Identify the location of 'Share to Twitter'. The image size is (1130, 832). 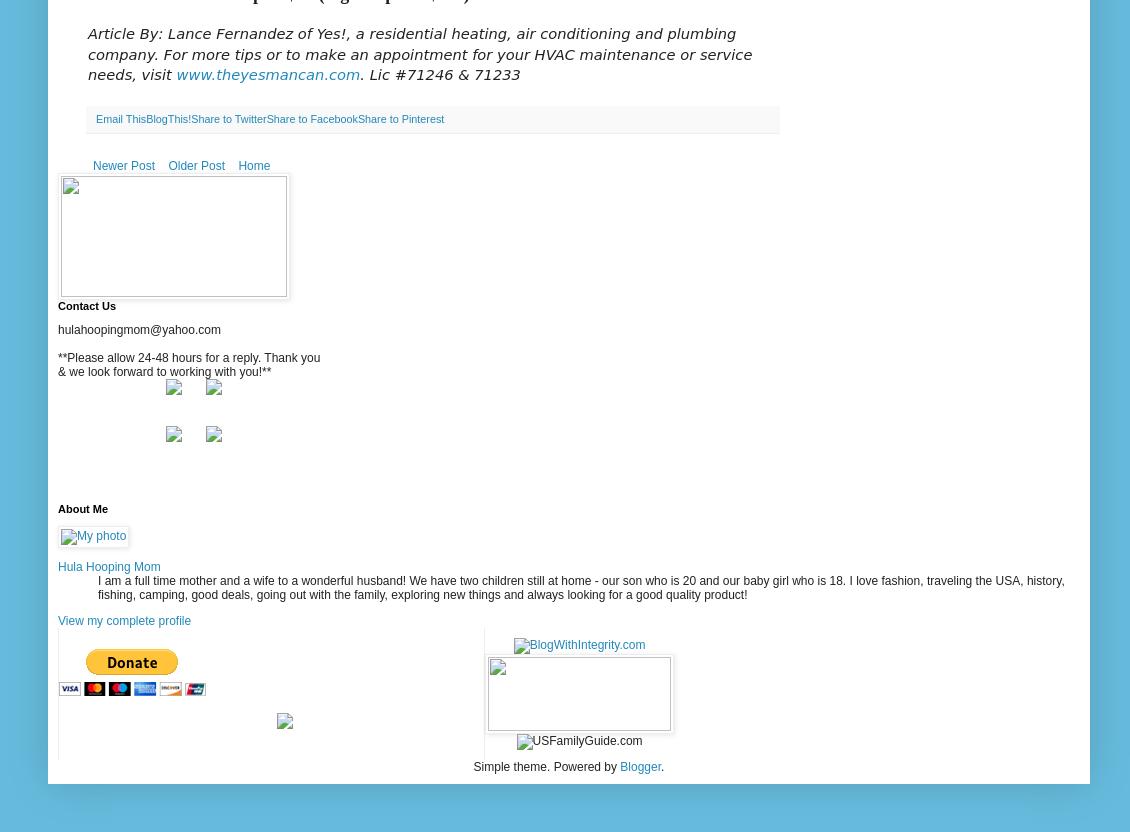
(227, 118).